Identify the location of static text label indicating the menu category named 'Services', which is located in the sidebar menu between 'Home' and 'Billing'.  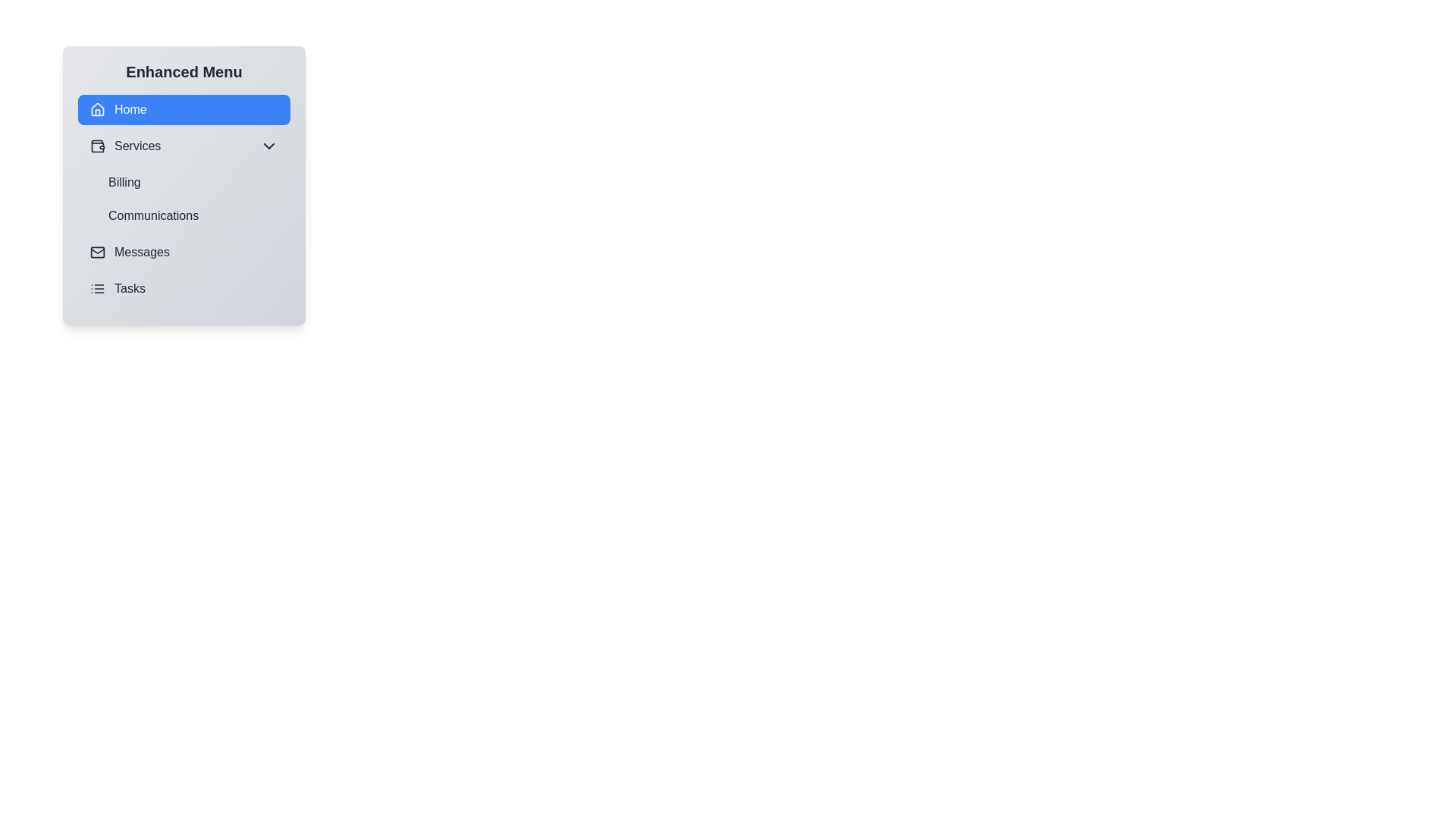
(137, 146).